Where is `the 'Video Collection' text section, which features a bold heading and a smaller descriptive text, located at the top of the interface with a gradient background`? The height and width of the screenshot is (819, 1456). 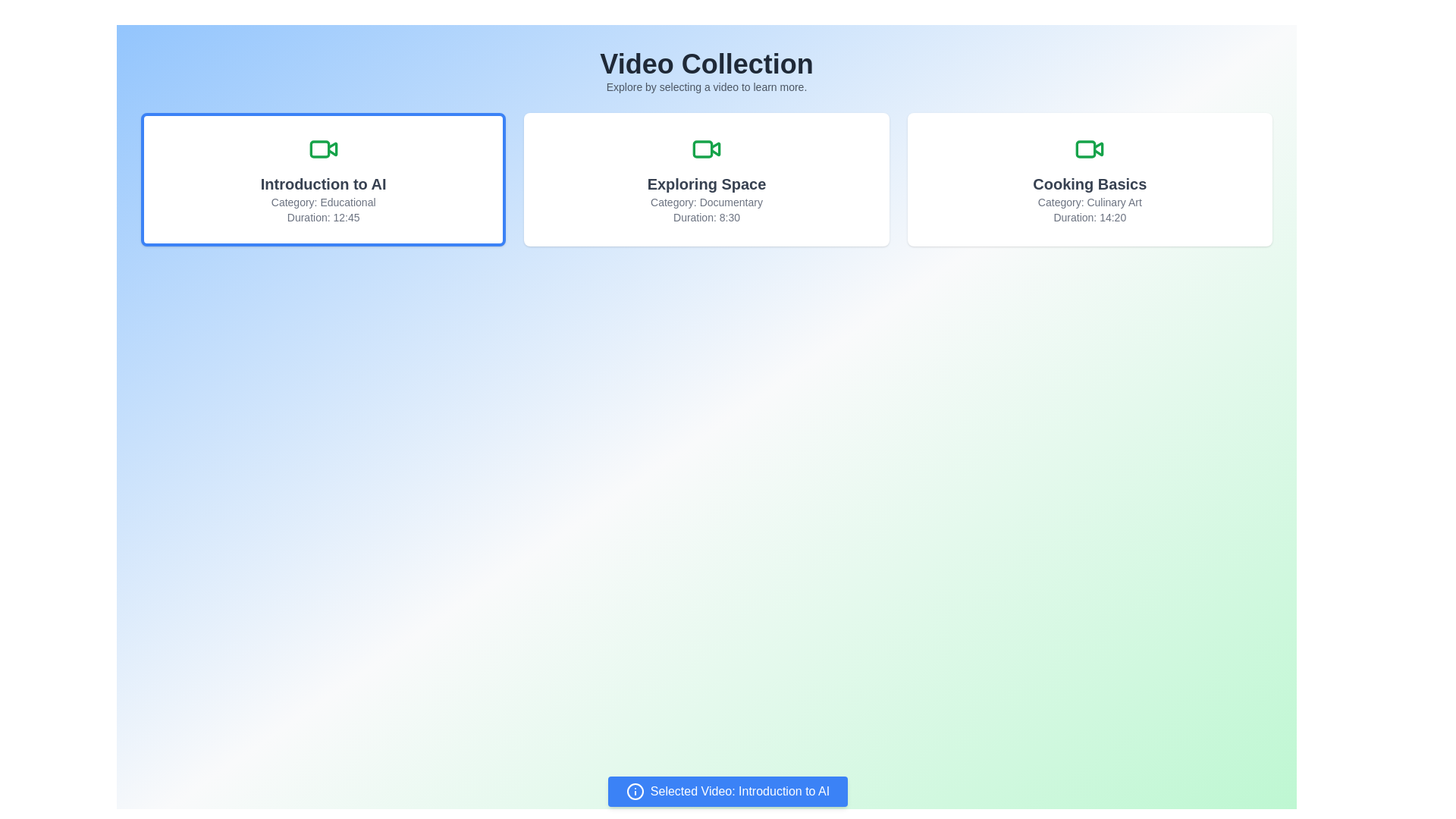
the 'Video Collection' text section, which features a bold heading and a smaller descriptive text, located at the top of the interface with a gradient background is located at coordinates (705, 72).